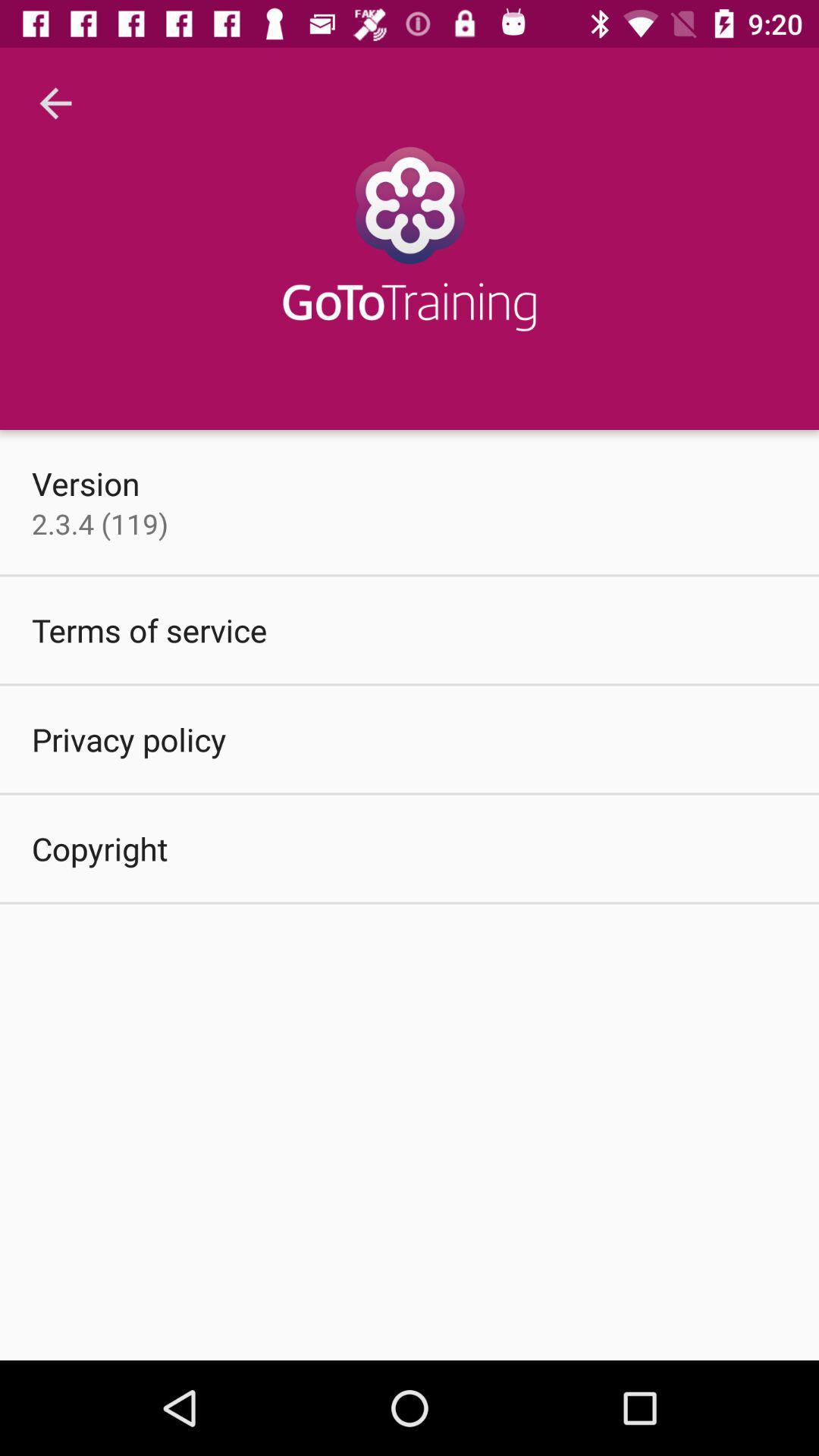 Image resolution: width=819 pixels, height=1456 pixels. What do you see at coordinates (99, 847) in the screenshot?
I see `copyright item` at bounding box center [99, 847].